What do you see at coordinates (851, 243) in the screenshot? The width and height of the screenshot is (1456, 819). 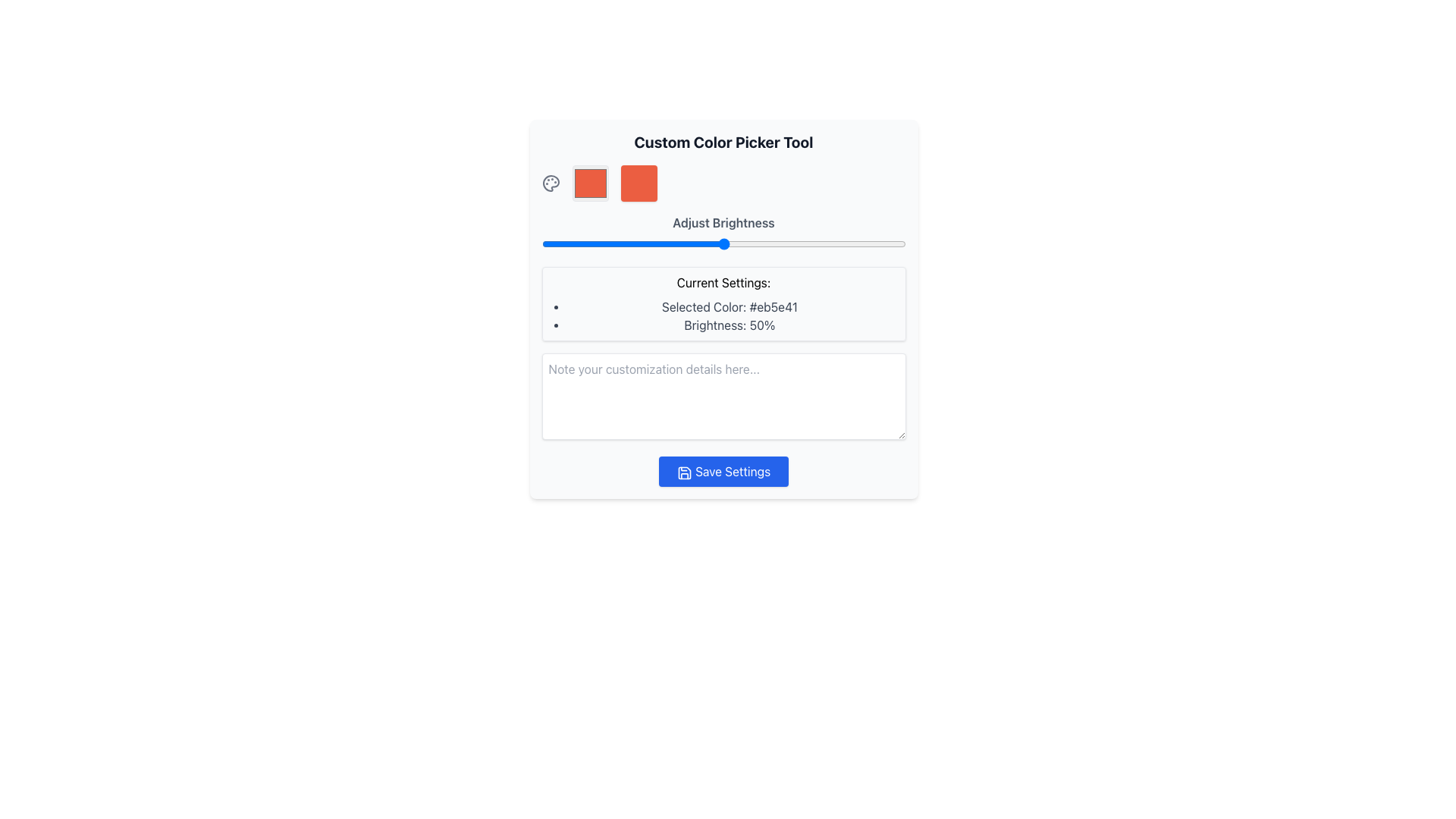 I see `brightness` at bounding box center [851, 243].